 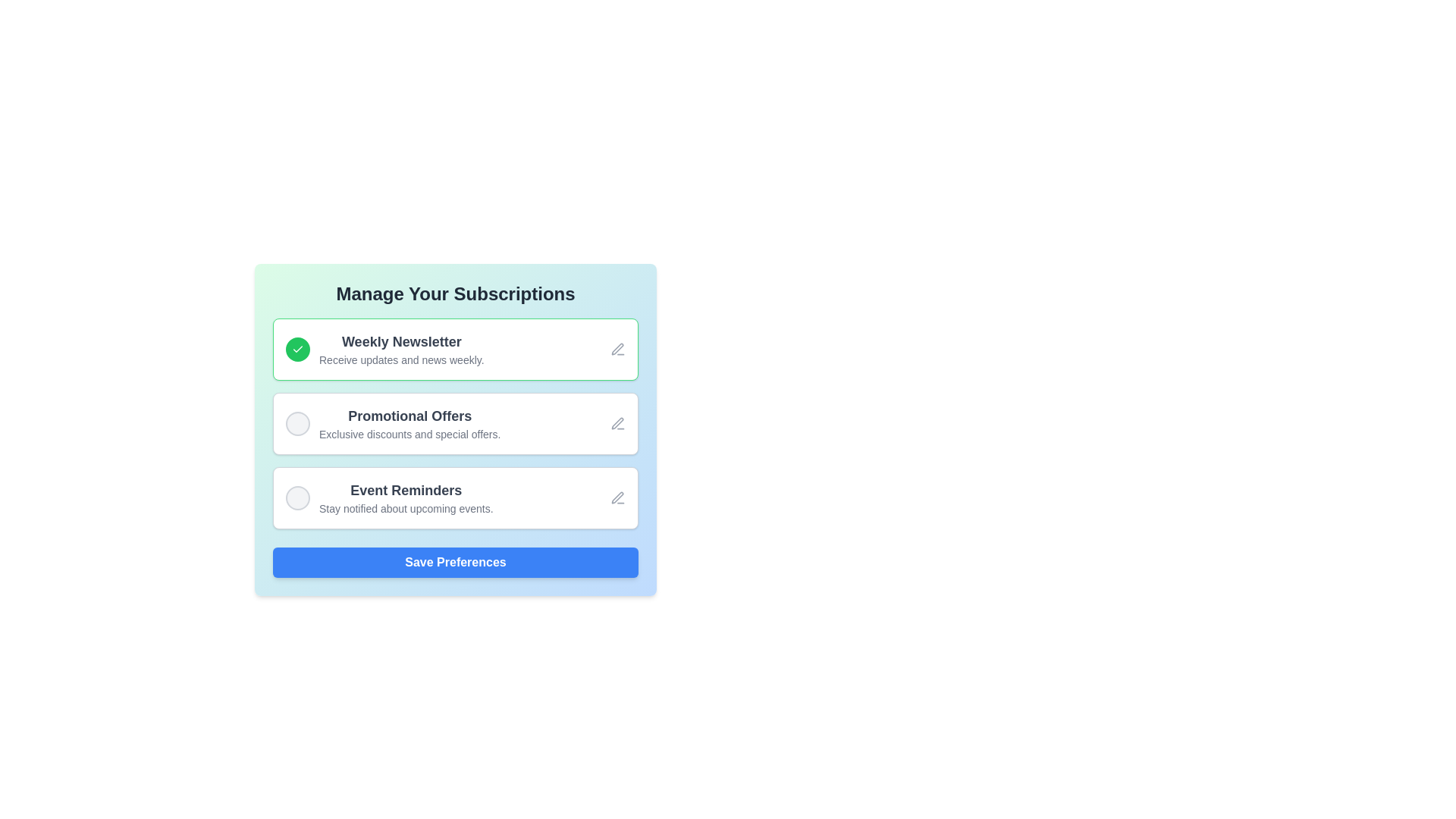 I want to click on the title 'Weekly Newsletter', so click(x=384, y=350).